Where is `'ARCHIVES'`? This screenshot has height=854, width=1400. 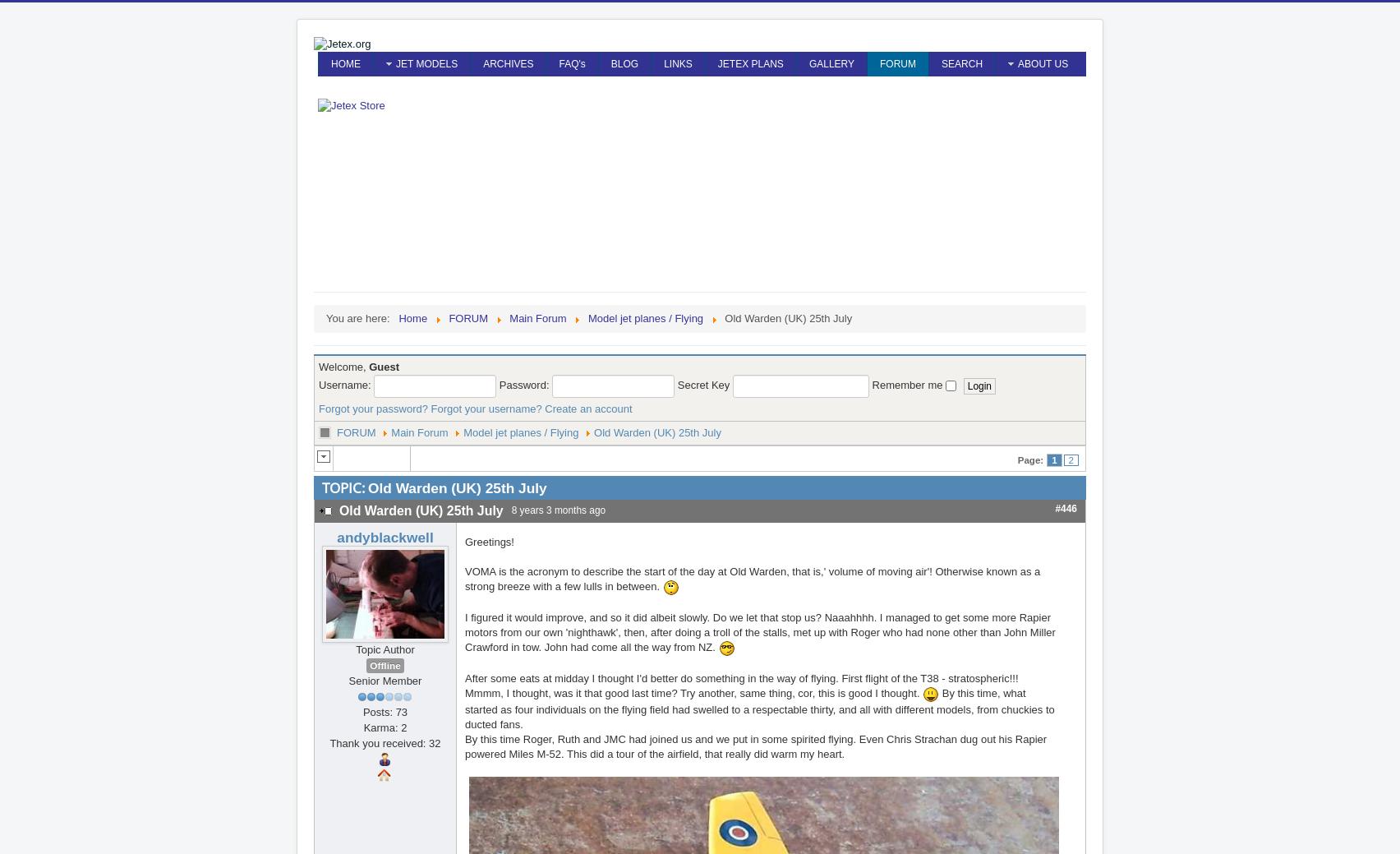
'ARCHIVES' is located at coordinates (483, 62).